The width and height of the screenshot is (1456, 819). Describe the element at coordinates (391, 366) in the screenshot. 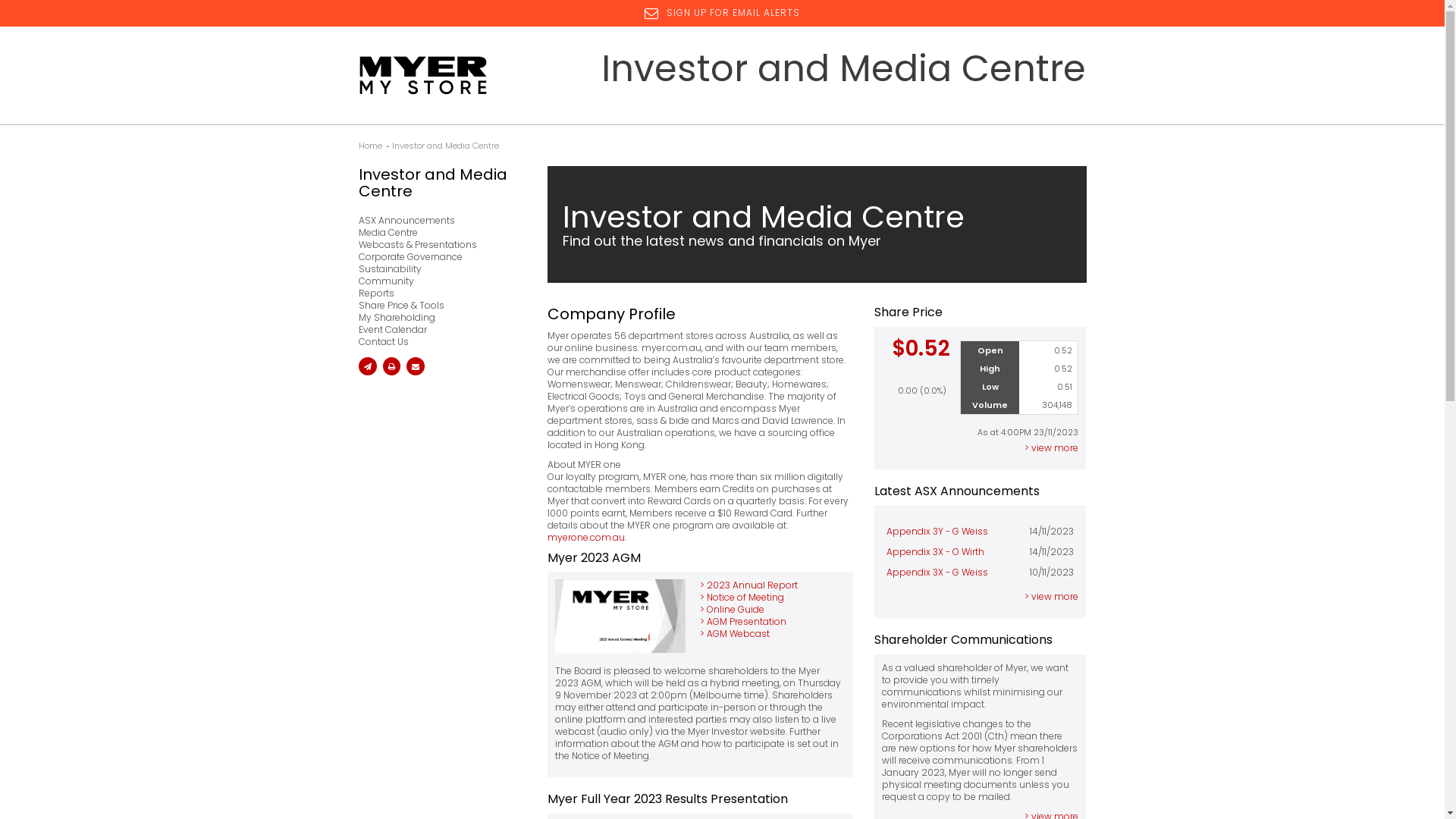

I see `'Print this page'` at that location.